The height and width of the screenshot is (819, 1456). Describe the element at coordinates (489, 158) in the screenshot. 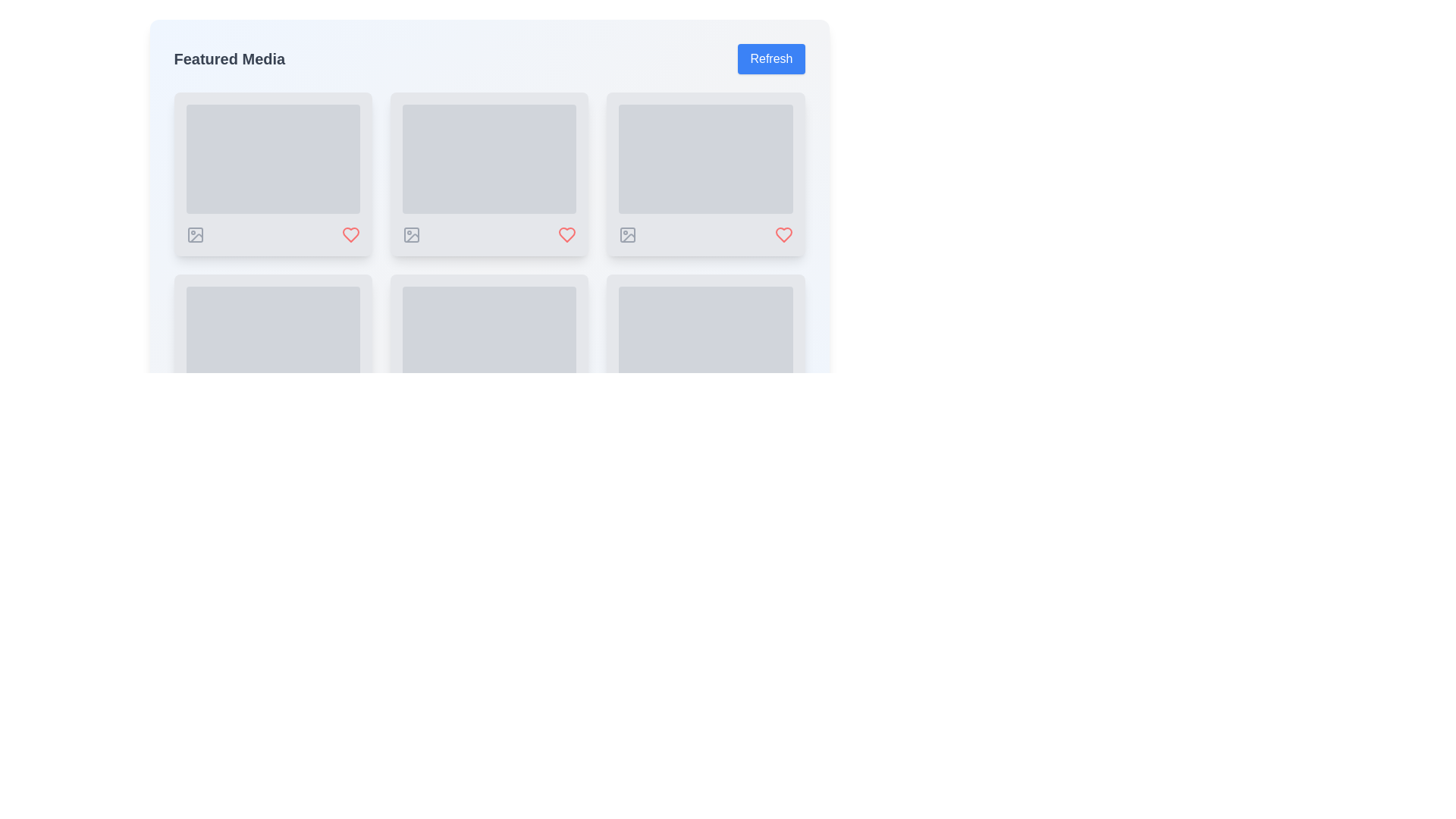

I see `the Placeholder or frame component that serves as a decorative frame and loading state indicator, located in the second column of the first row in a grid layout` at that location.